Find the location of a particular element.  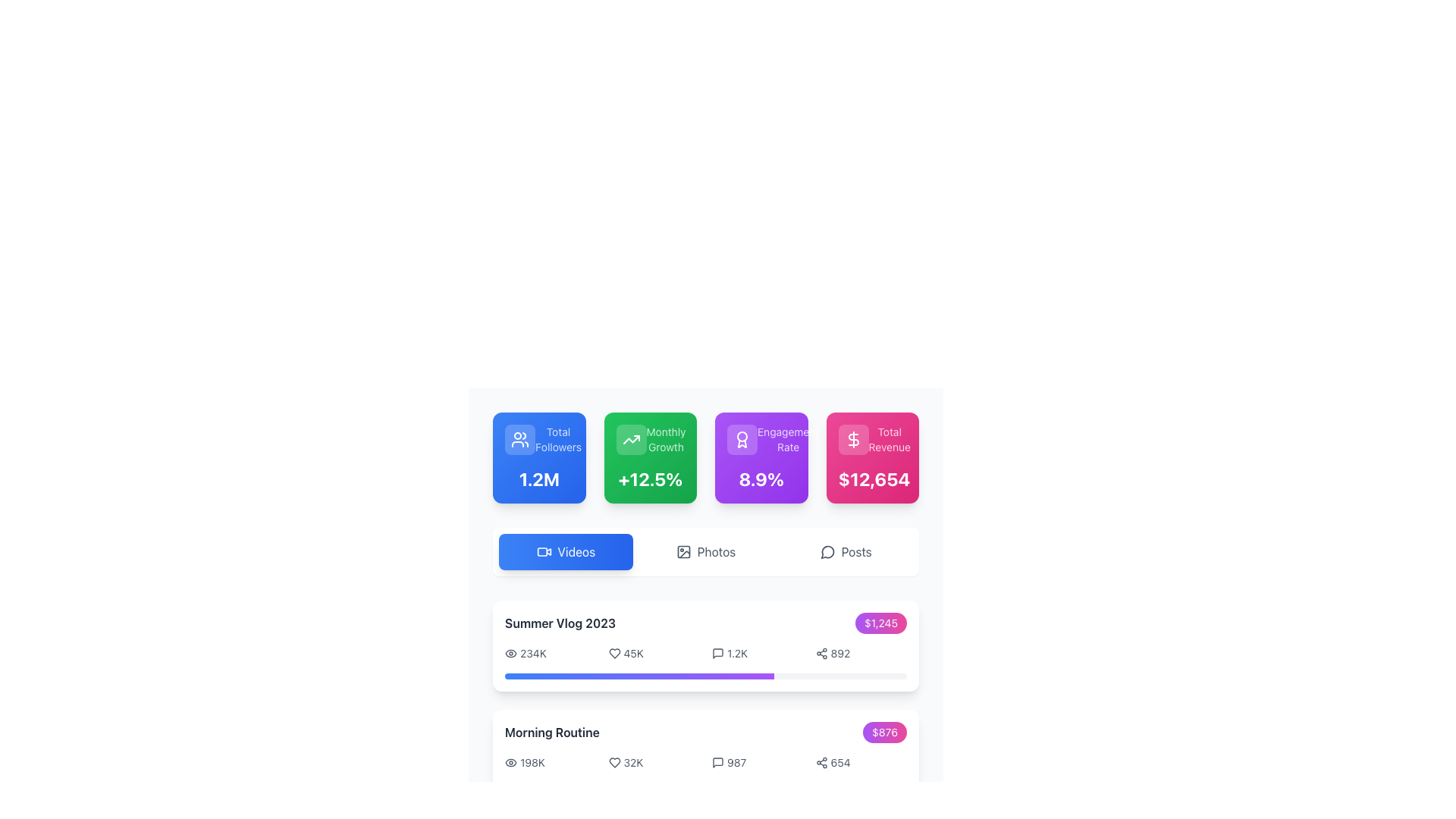

the Share Button Icon located to the left of the numeric label '654' in the bottom right area of the 'Morning Routine' card is located at coordinates (821, 763).